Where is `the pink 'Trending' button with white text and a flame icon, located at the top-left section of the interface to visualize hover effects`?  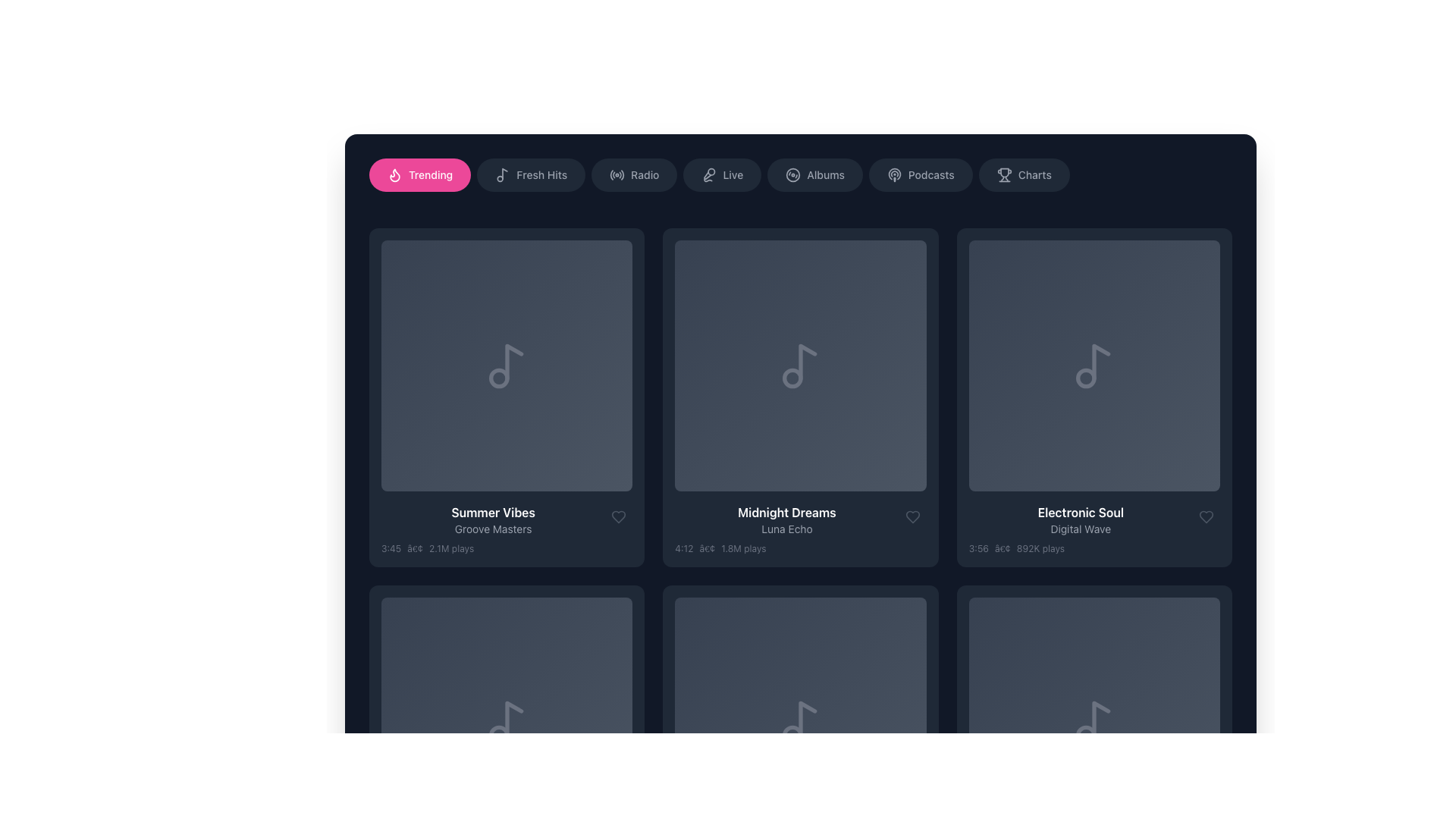
the pink 'Trending' button with white text and a flame icon, located at the top-left section of the interface to visualize hover effects is located at coordinates (420, 174).